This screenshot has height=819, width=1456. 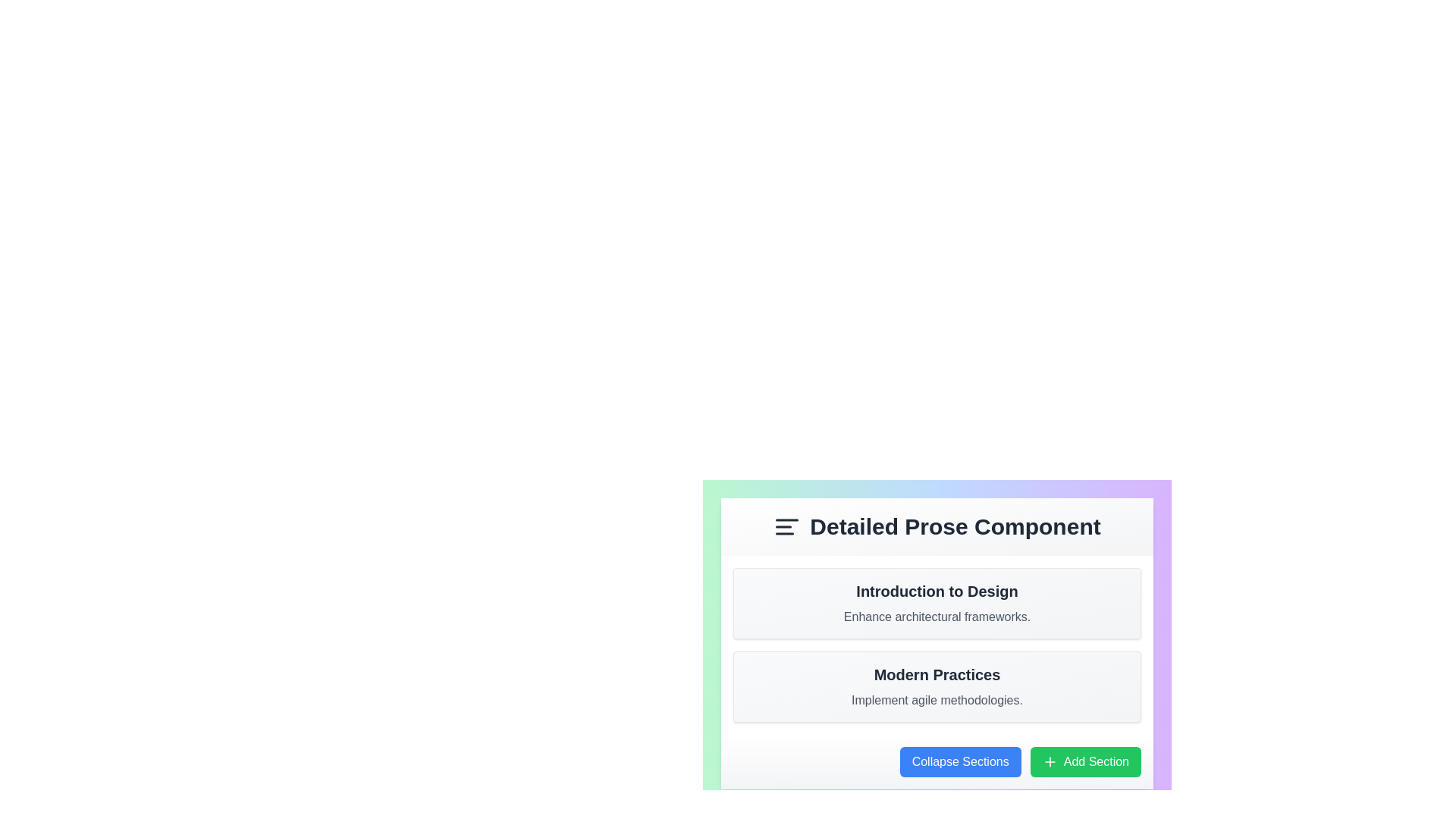 I want to click on the 'Collapse Sections' button on the left side of the horizontal bar at the bottom of the 'Detailed Prose Component', so click(x=937, y=762).